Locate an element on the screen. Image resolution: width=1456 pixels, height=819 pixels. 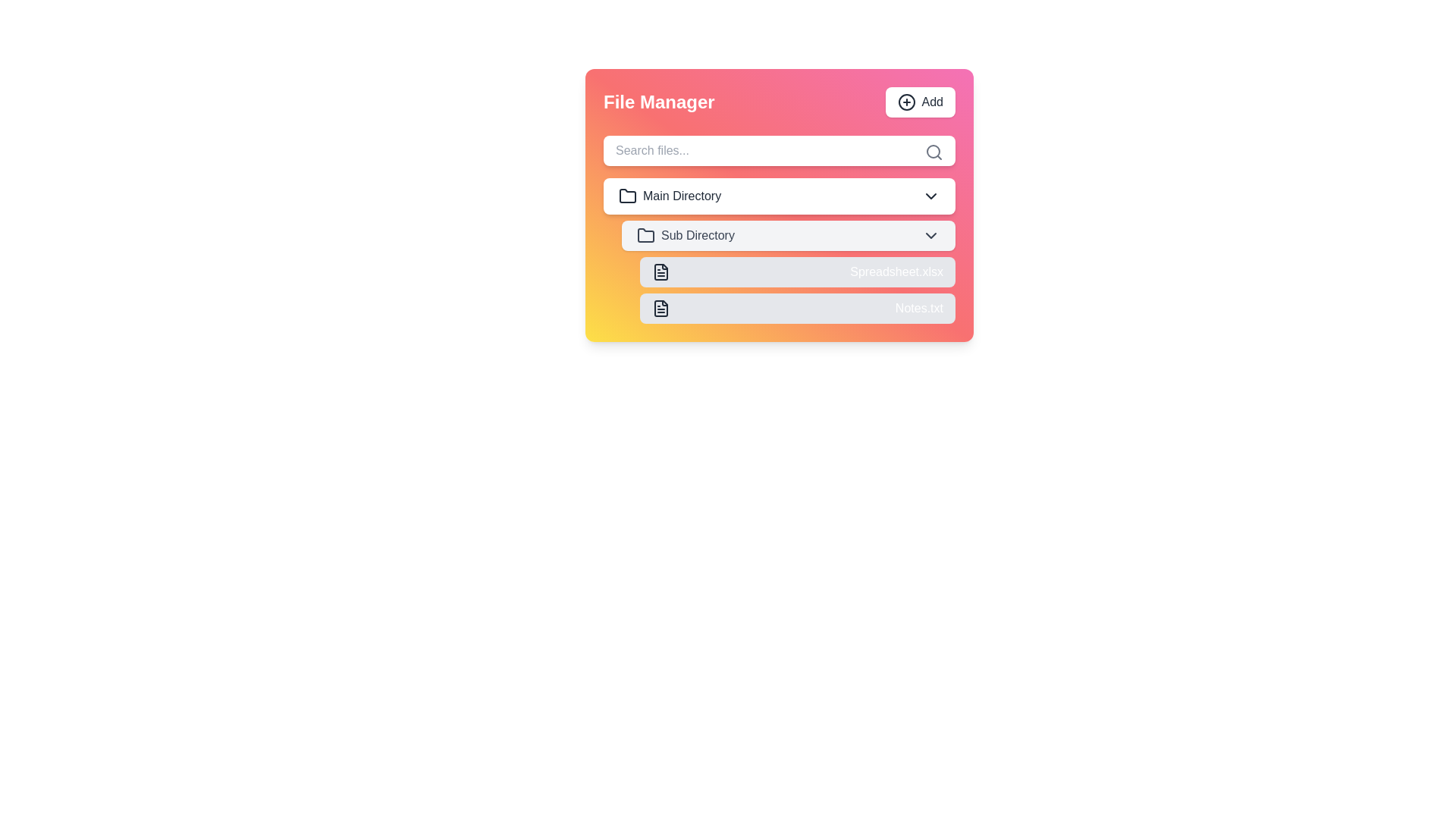
the small circular icon with a plus symbol, which is located in the button labeled 'Add' in the top-right corner of the interface is located at coordinates (906, 102).